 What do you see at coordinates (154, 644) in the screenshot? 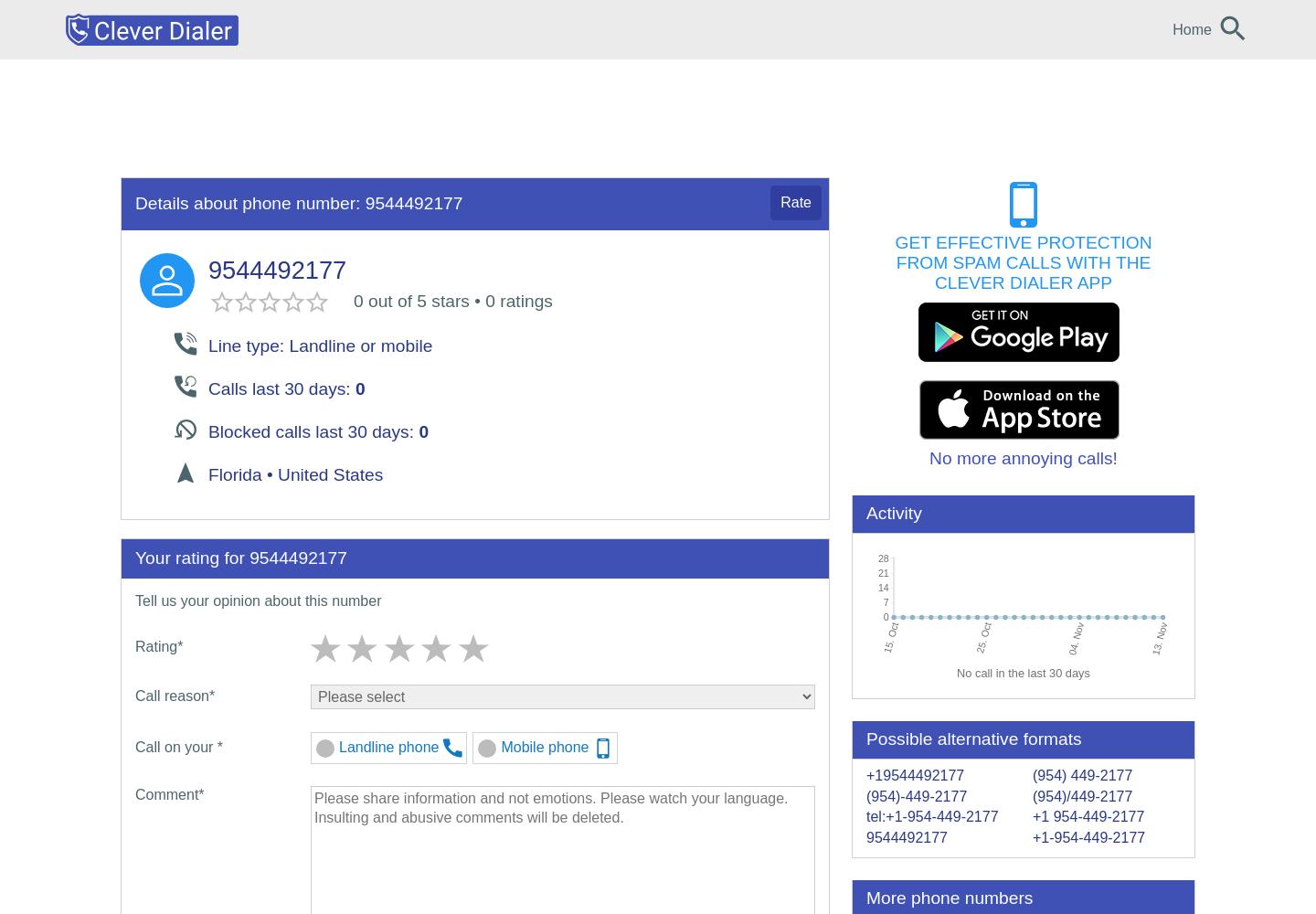
I see `'Rating'` at bounding box center [154, 644].